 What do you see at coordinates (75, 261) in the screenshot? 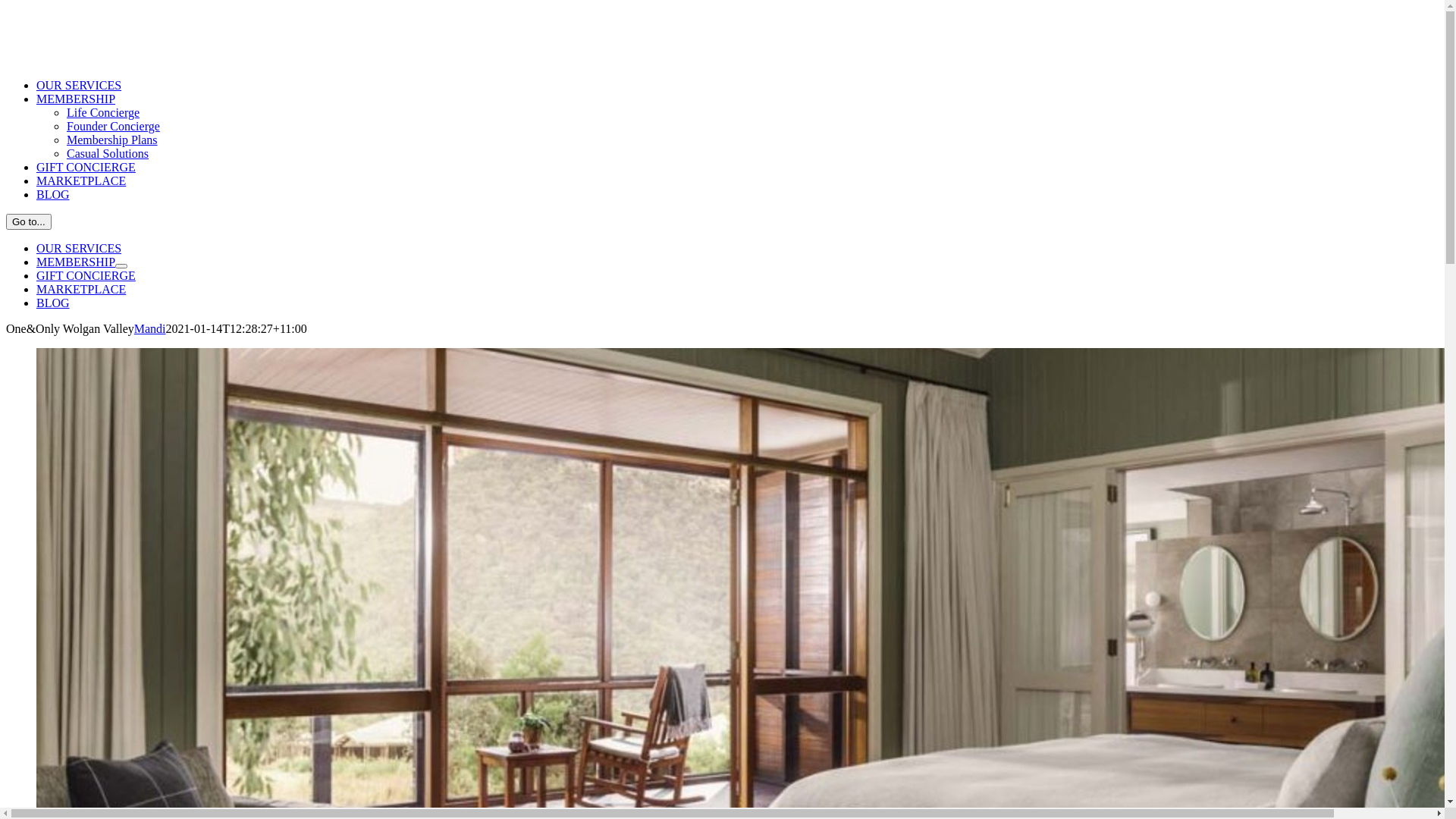
I see `'MEMBERSHIP'` at bounding box center [75, 261].